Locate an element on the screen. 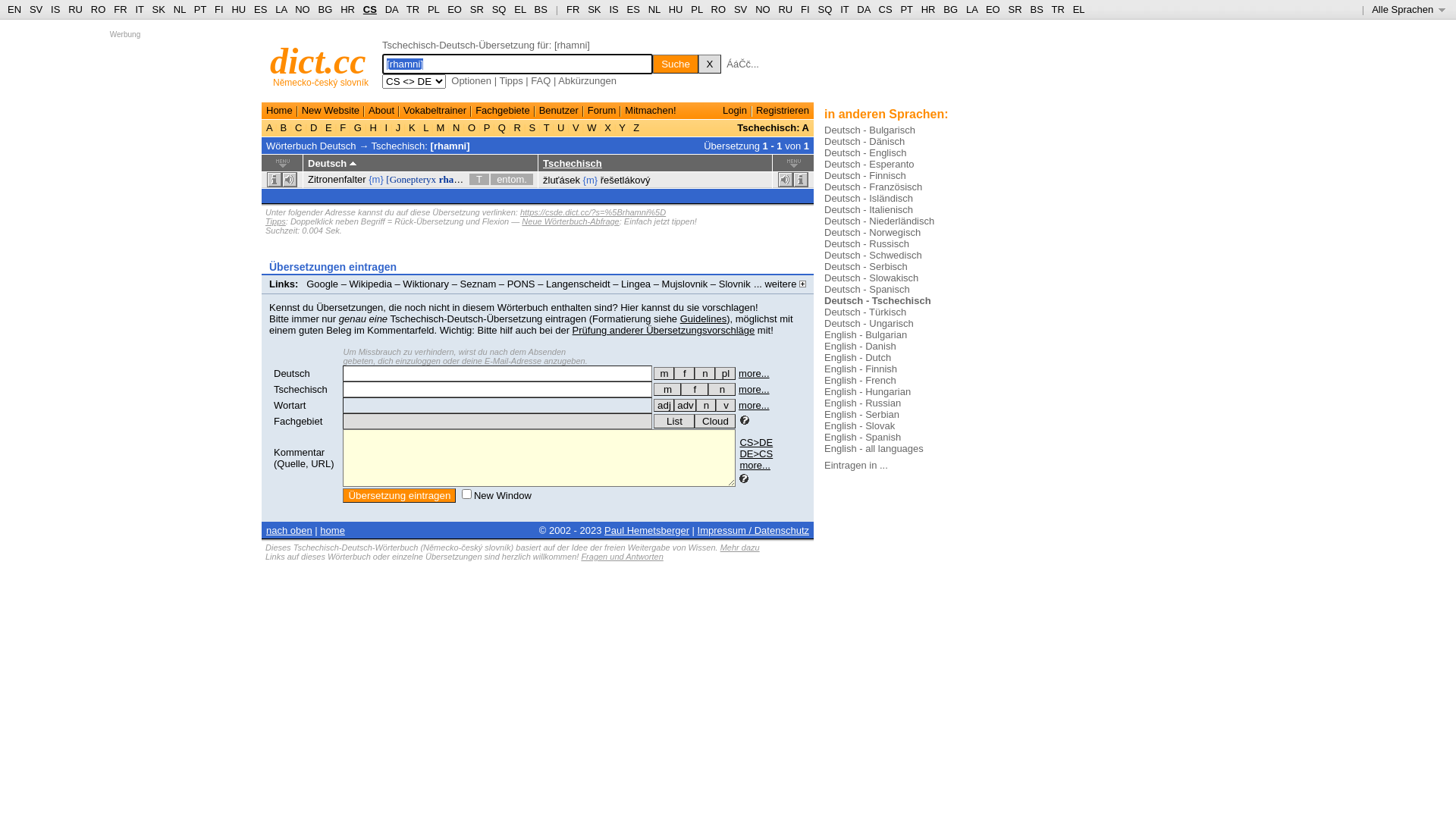 This screenshot has width=1456, height=819. 'more...' is located at coordinates (739, 404).